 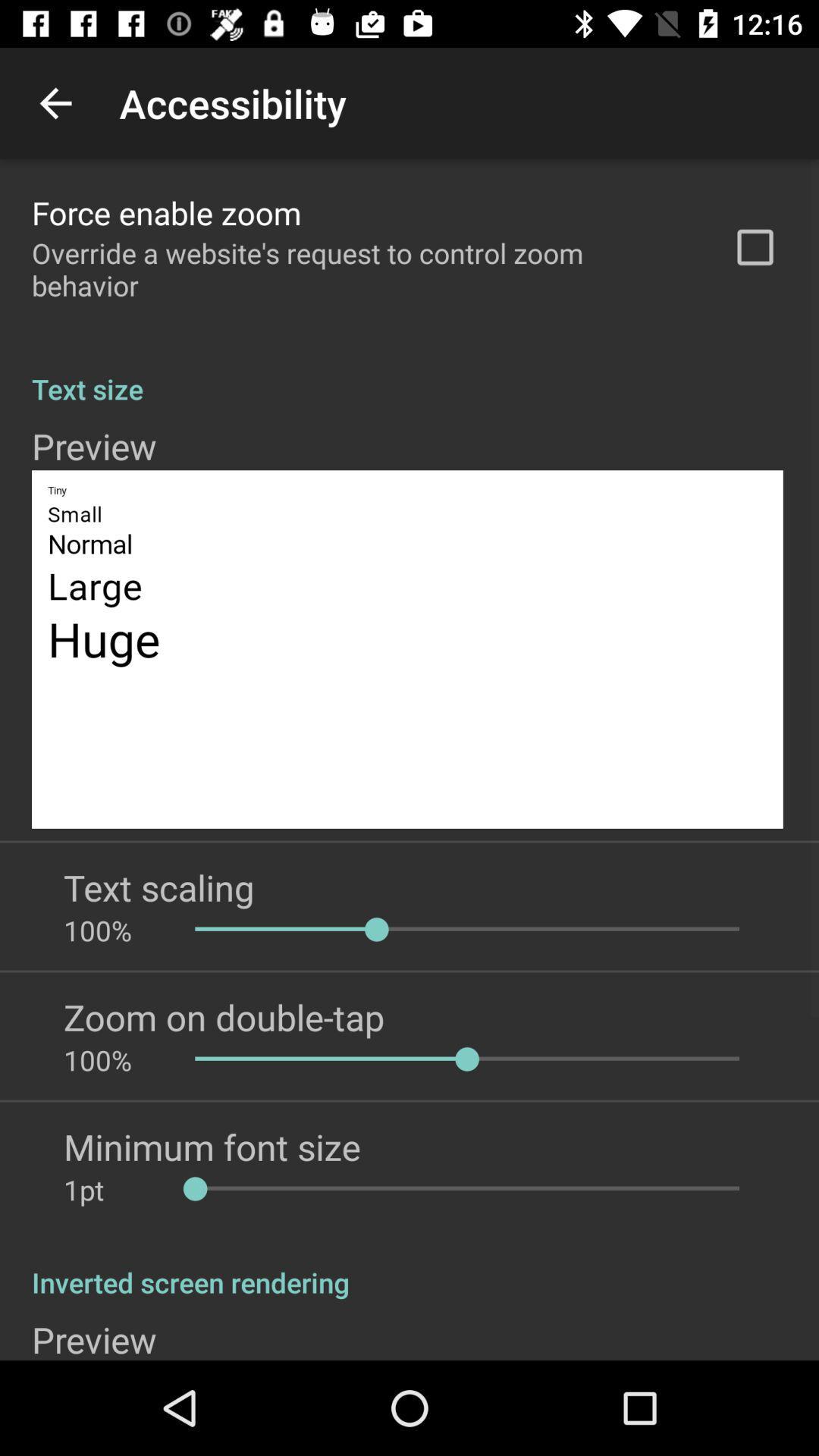 What do you see at coordinates (158, 887) in the screenshot?
I see `item above the 100% icon` at bounding box center [158, 887].